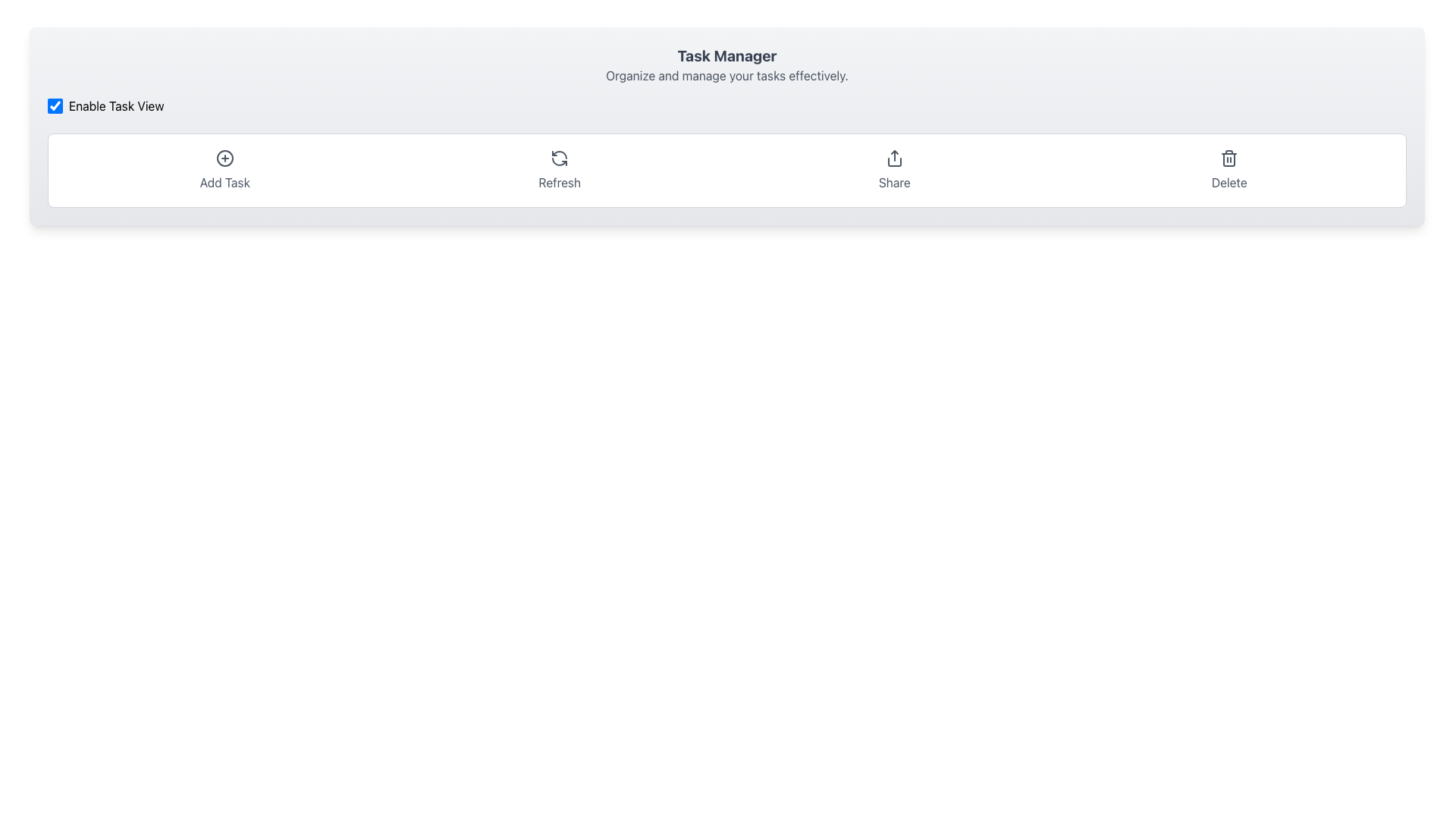 The width and height of the screenshot is (1456, 819). Describe the element at coordinates (1229, 160) in the screenshot. I see `the red trash can icon button located at the right-most side of the action buttons row` at that location.